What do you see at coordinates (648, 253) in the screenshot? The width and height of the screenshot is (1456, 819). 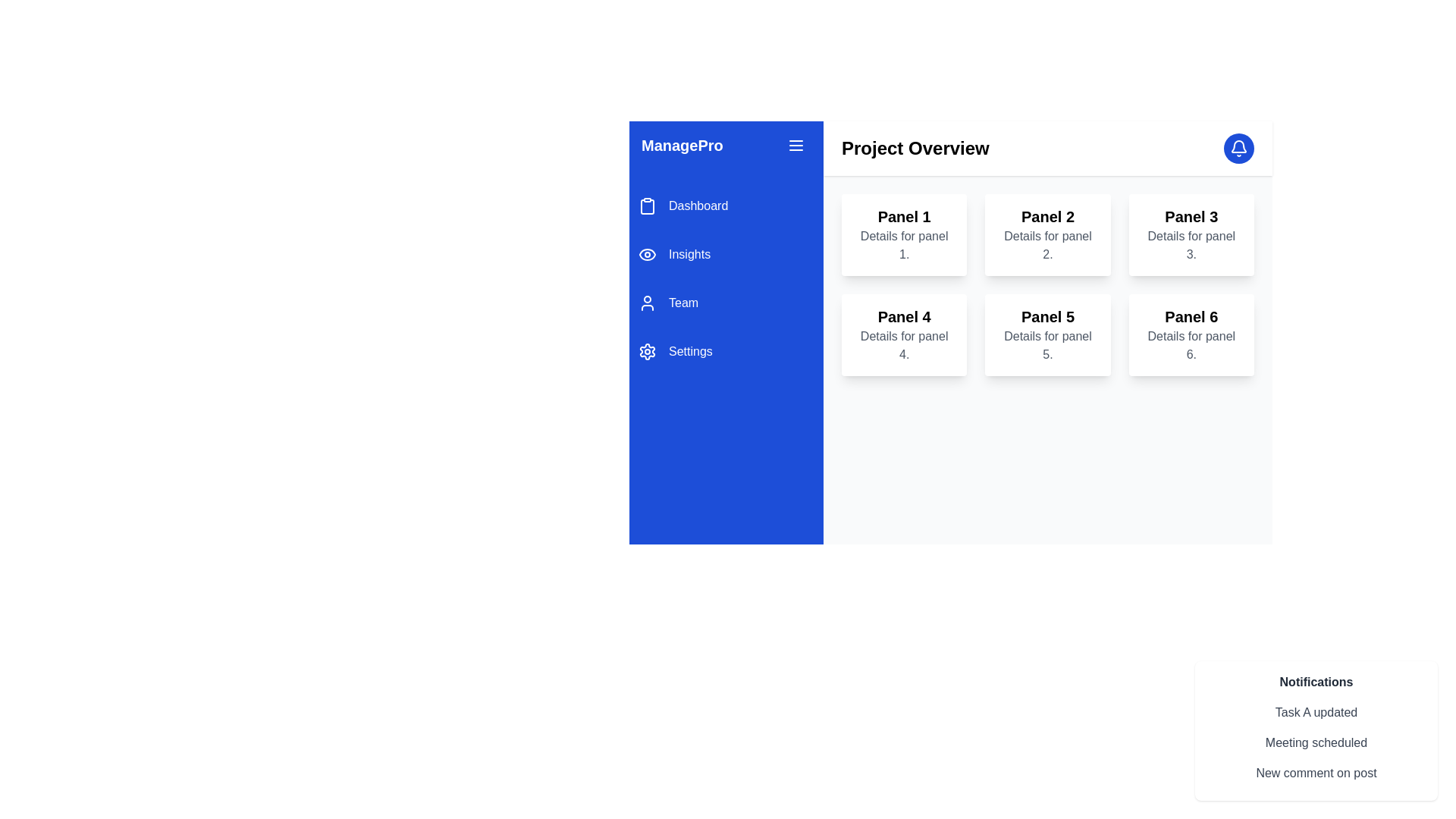 I see `the 'Insights' icon located in the left-hand sidebar menu of the application, positioned to the left of the text 'Insights' and roughly in the middle of the sidebar` at bounding box center [648, 253].